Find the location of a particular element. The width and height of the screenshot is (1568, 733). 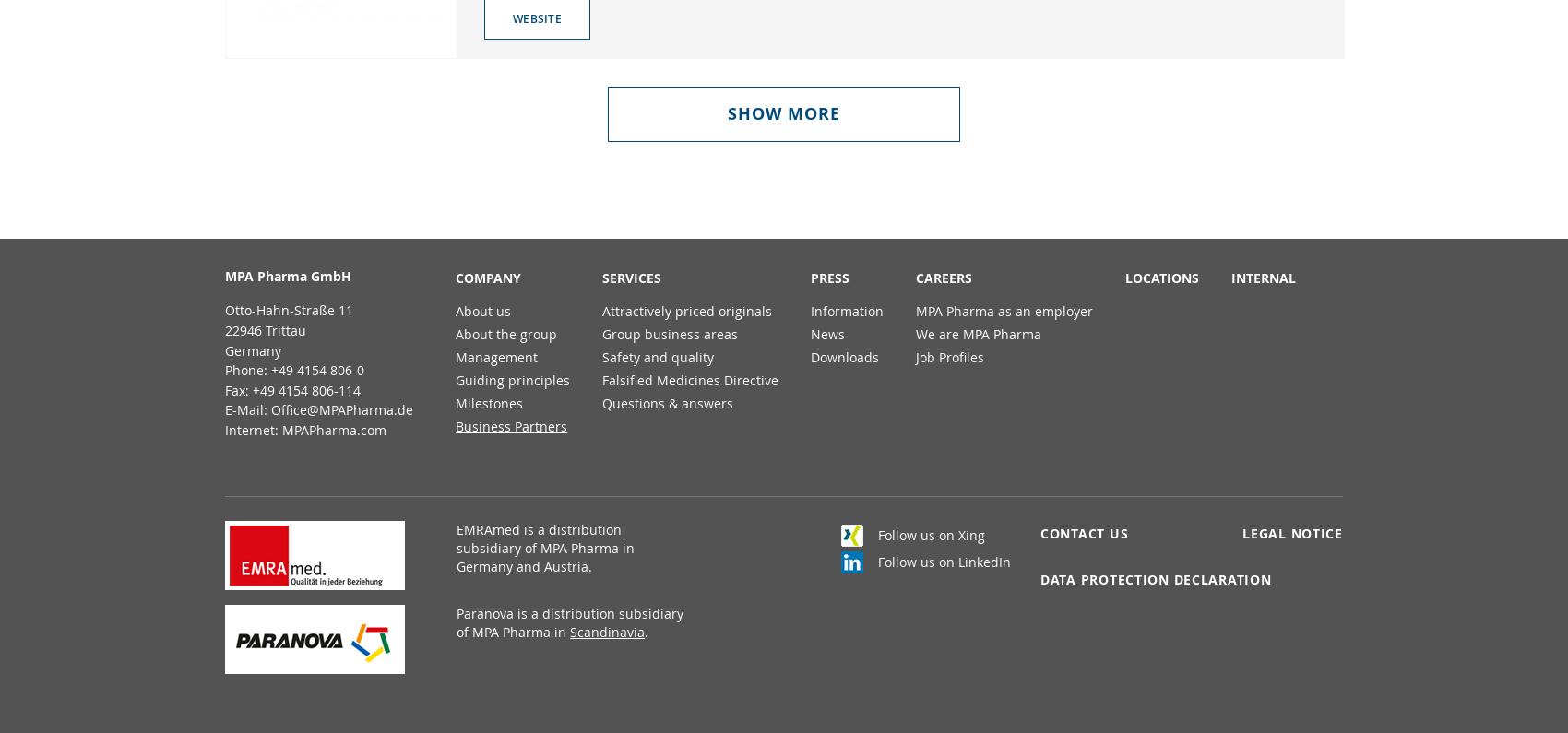

'Safety and quality' is located at coordinates (658, 356).